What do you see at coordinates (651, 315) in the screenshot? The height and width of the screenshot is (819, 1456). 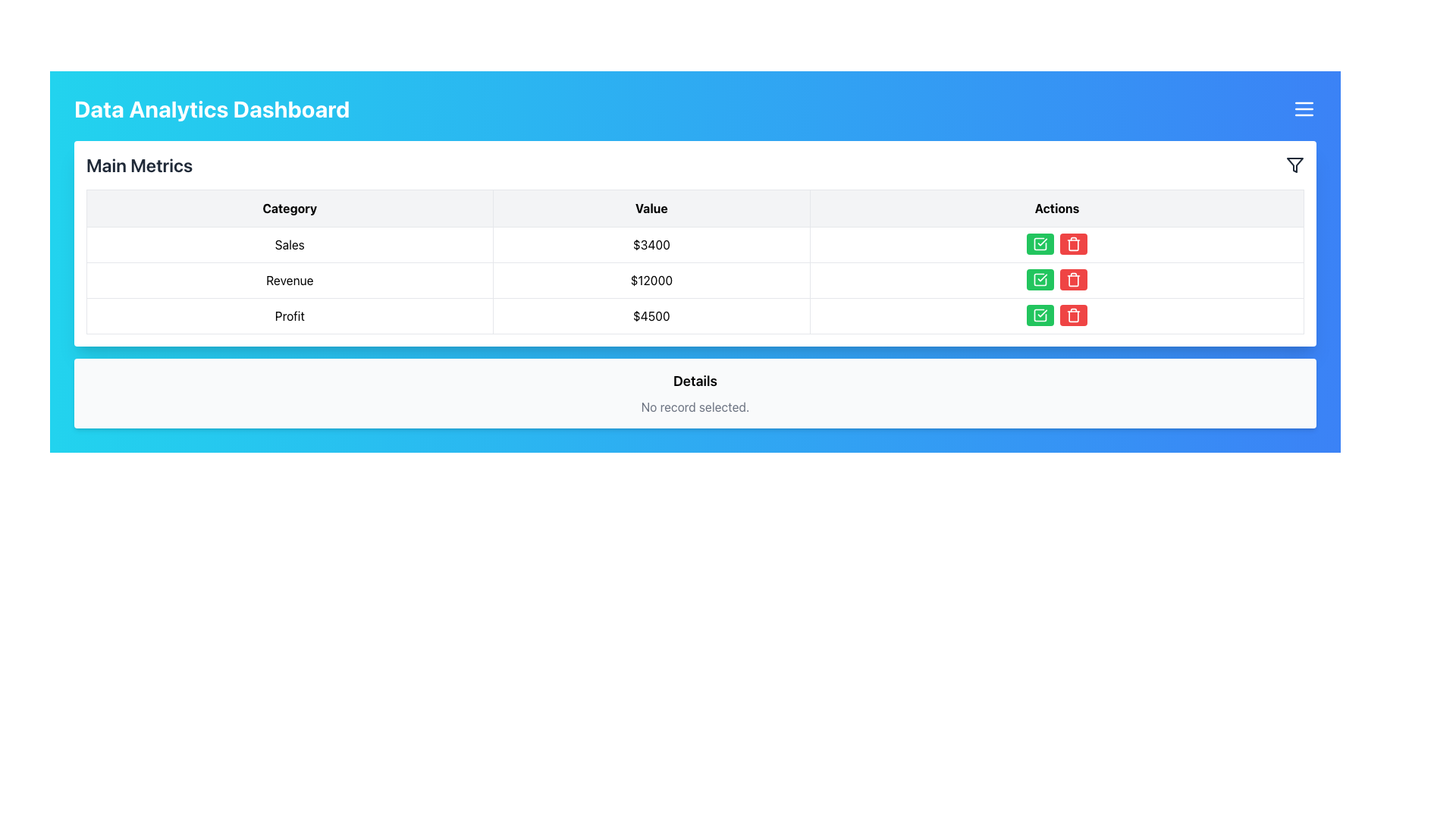 I see `the text display showing '$4500' in the 'Value' column of the 'Profit' row in the 'Main Metrics' table on the dashboard` at bounding box center [651, 315].